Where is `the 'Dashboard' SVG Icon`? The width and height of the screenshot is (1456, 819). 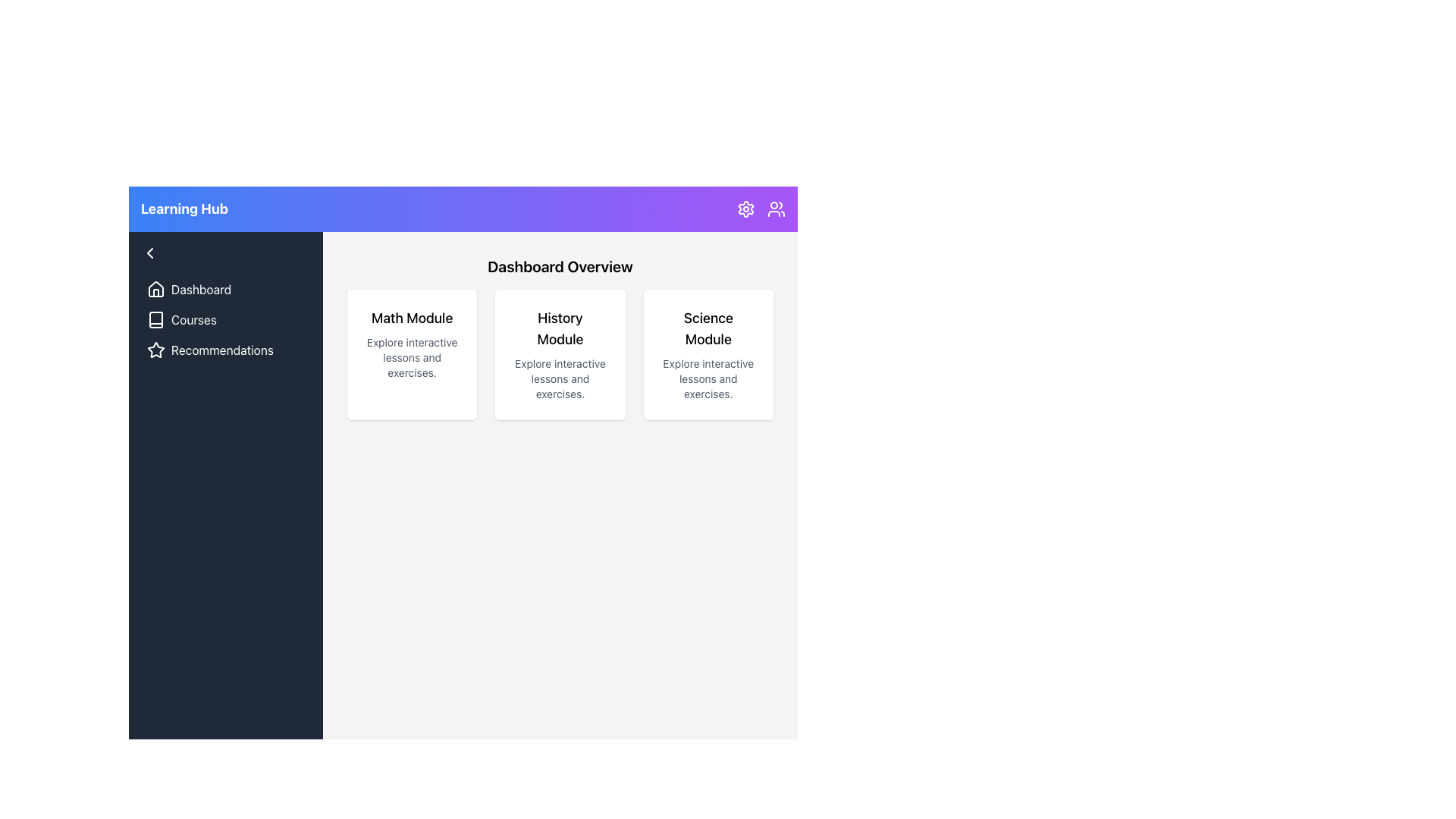 the 'Dashboard' SVG Icon is located at coordinates (156, 289).